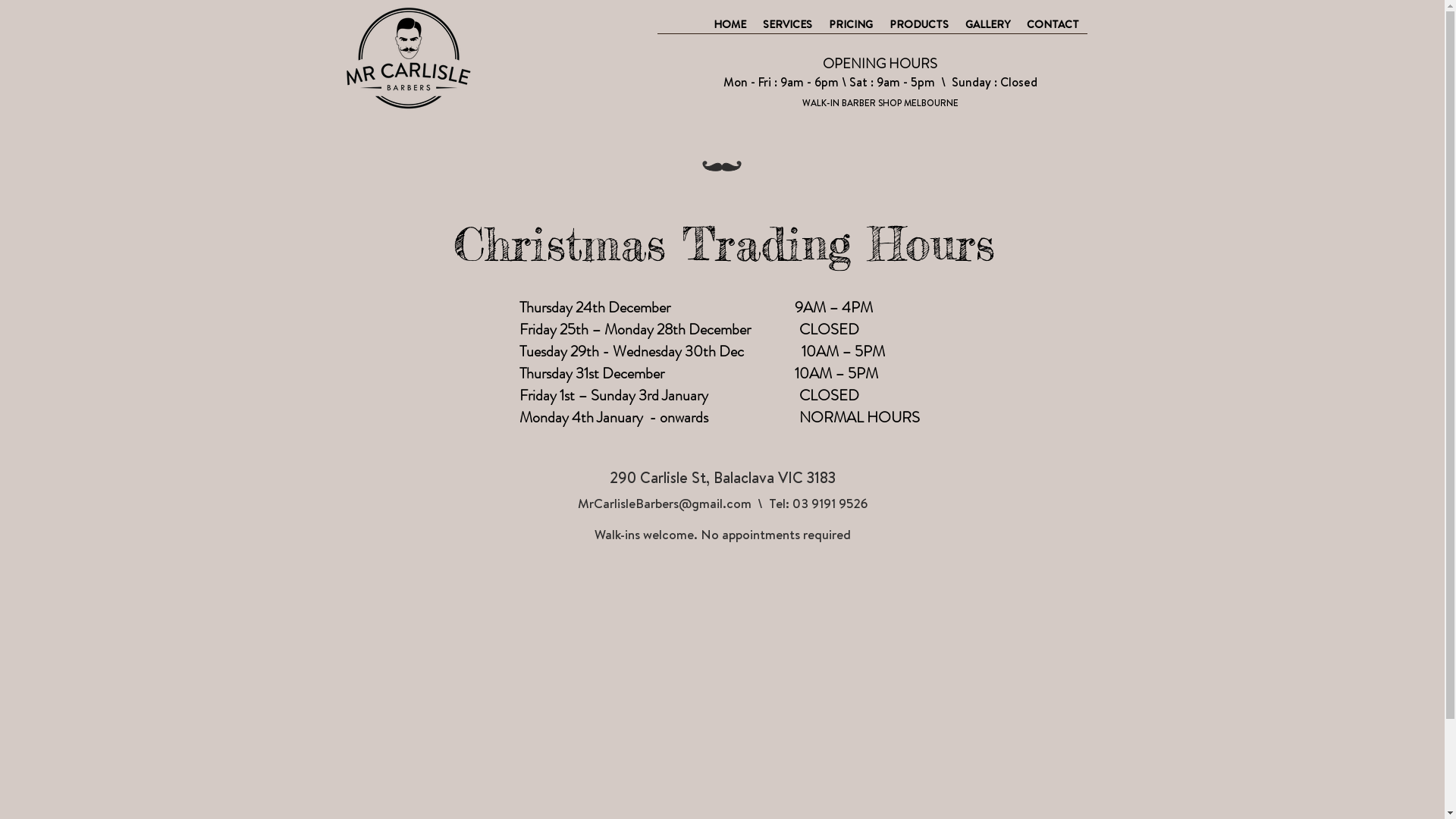  Describe the element at coordinates (664, 503) in the screenshot. I see `'MrCarlisleBarbers@gmail.com'` at that location.